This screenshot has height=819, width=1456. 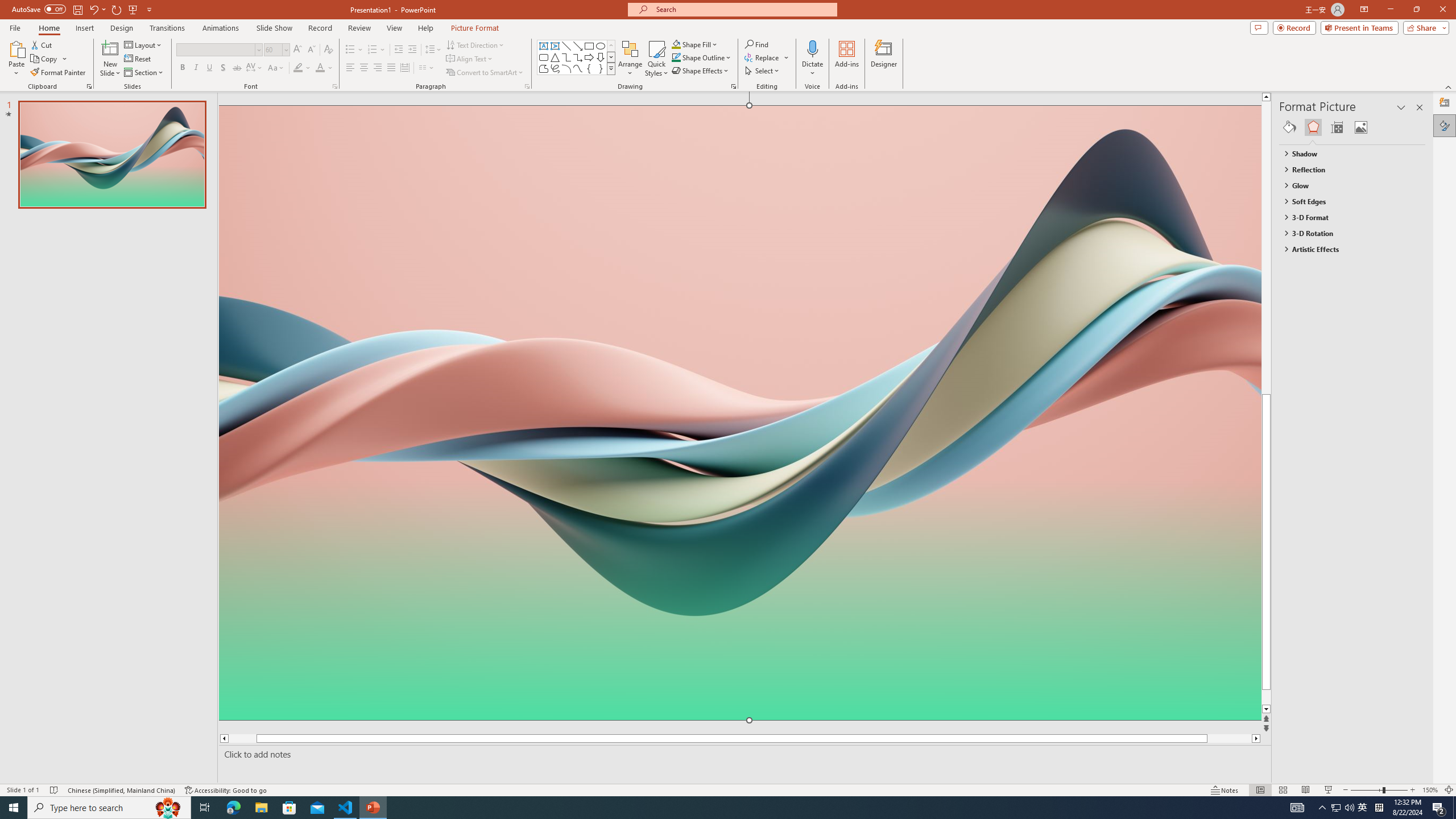 What do you see at coordinates (475, 28) in the screenshot?
I see `'Picture Format'` at bounding box center [475, 28].